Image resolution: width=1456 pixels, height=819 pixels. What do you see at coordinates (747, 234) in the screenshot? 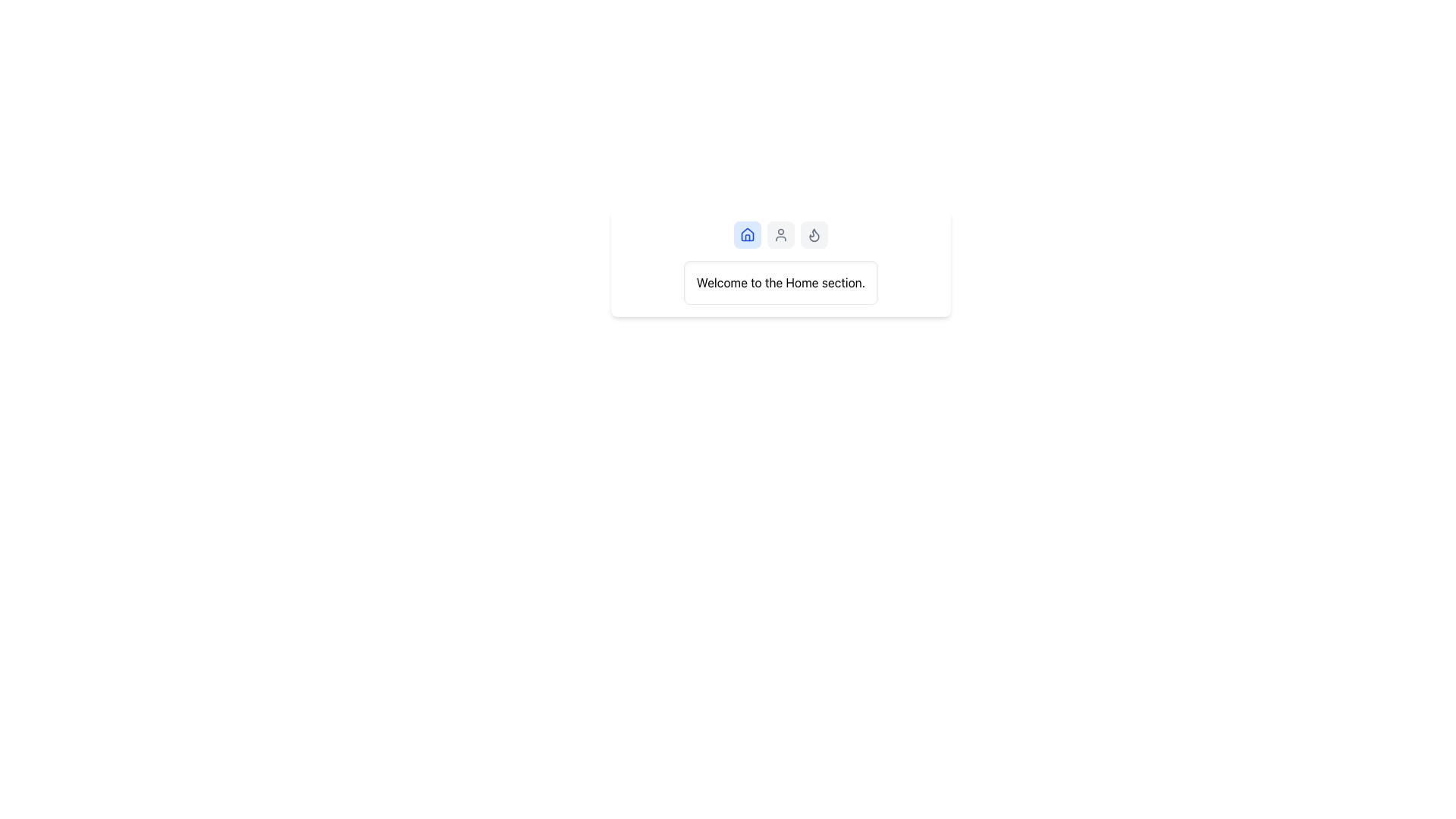
I see `the 'Home' icon located at the top-center of the card` at bounding box center [747, 234].